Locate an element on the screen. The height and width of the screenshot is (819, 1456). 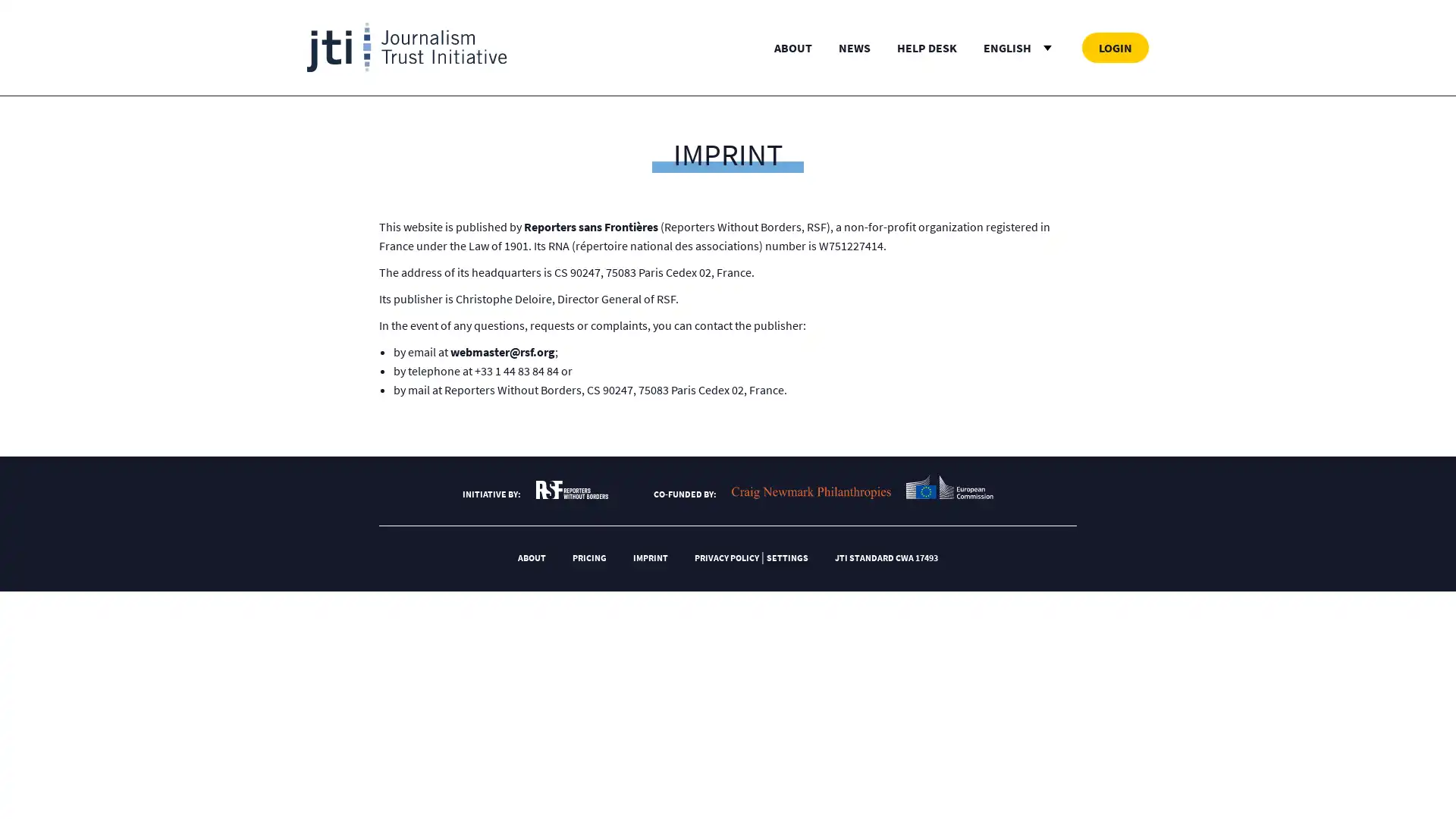
Deny is located at coordinates (726, 496).